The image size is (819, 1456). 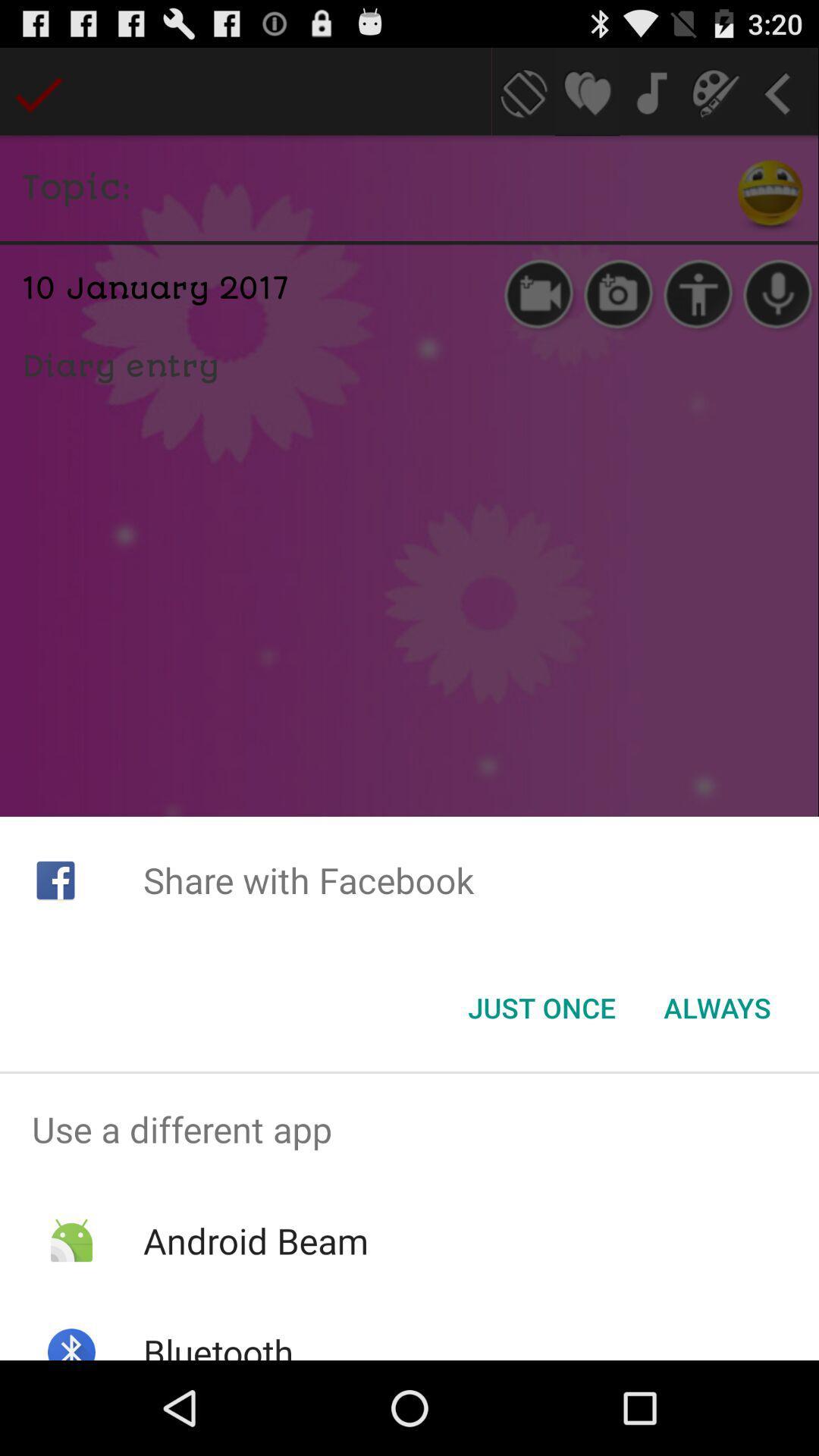 What do you see at coordinates (255, 1241) in the screenshot?
I see `the item below use a different app` at bounding box center [255, 1241].